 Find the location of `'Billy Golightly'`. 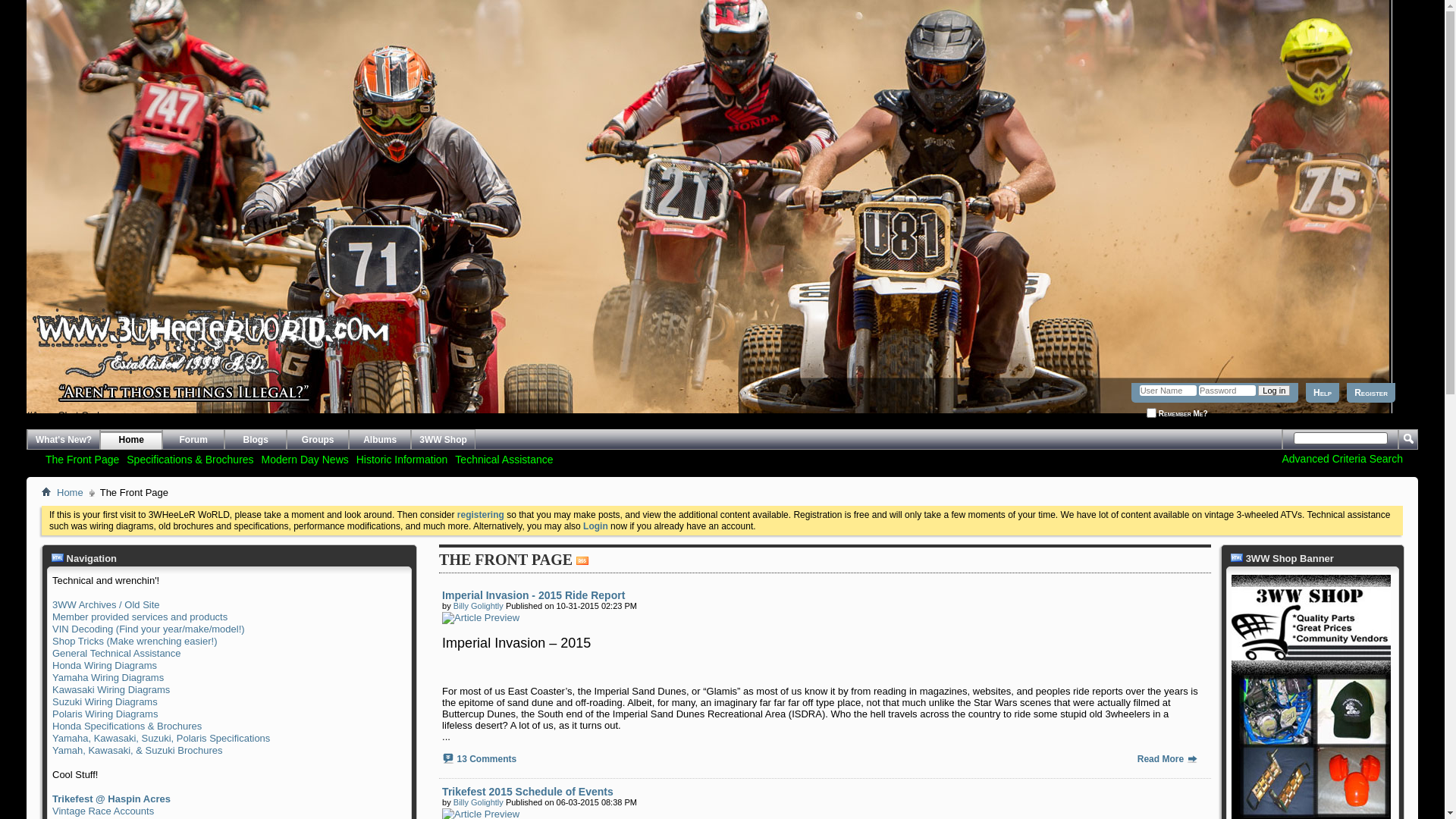

'Billy Golightly' is located at coordinates (477, 604).